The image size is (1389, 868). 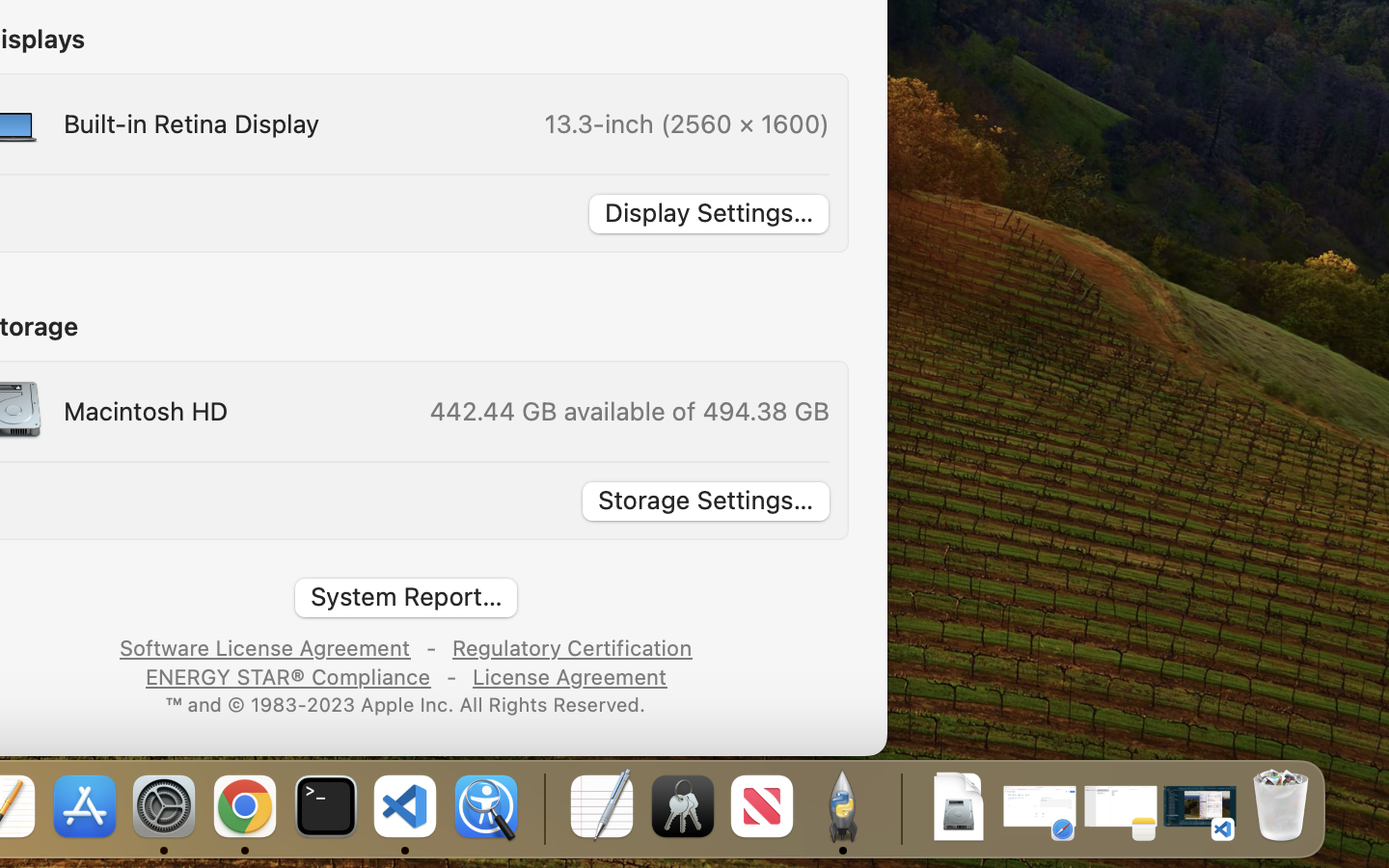 I want to click on 'Software License Agreement', so click(x=264, y=645).